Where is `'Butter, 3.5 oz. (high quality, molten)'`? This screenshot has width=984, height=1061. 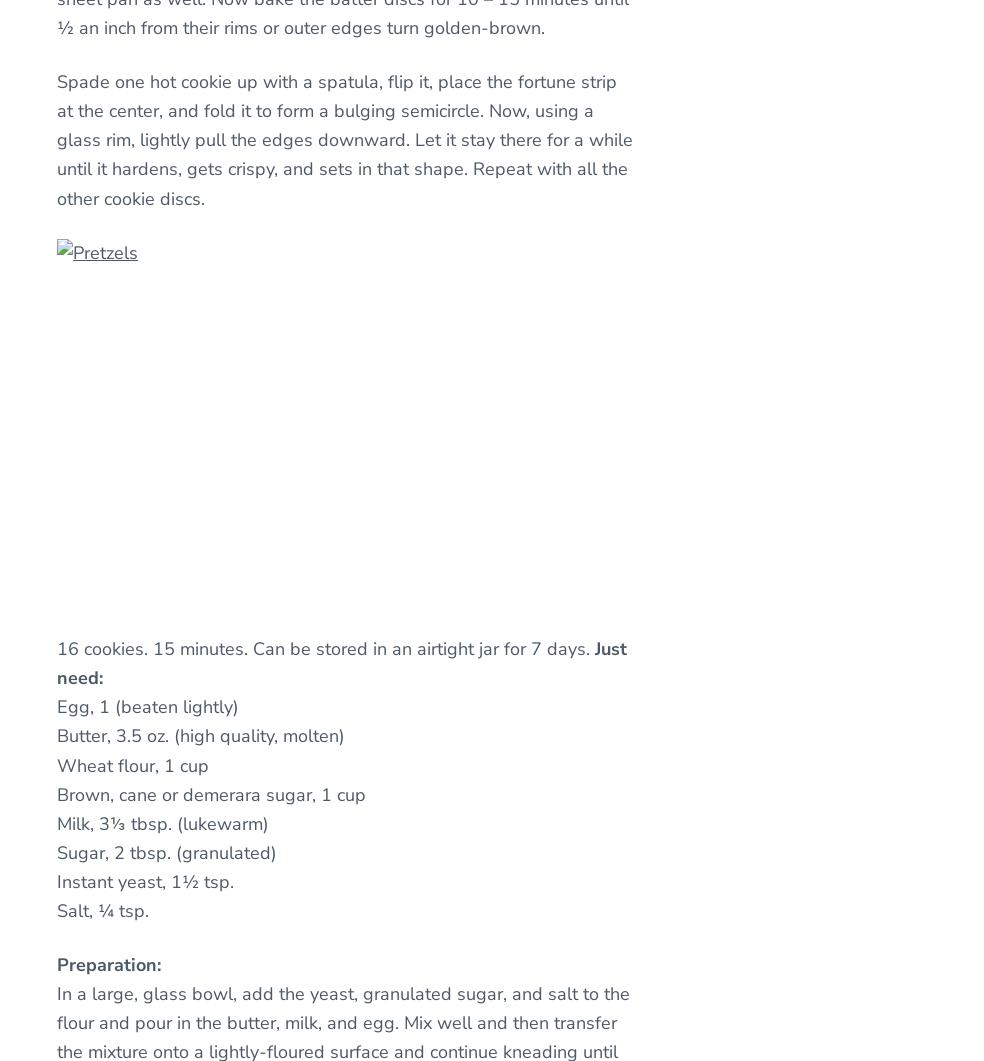
'Butter, 3.5 oz. (high quality, molten)' is located at coordinates (201, 736).